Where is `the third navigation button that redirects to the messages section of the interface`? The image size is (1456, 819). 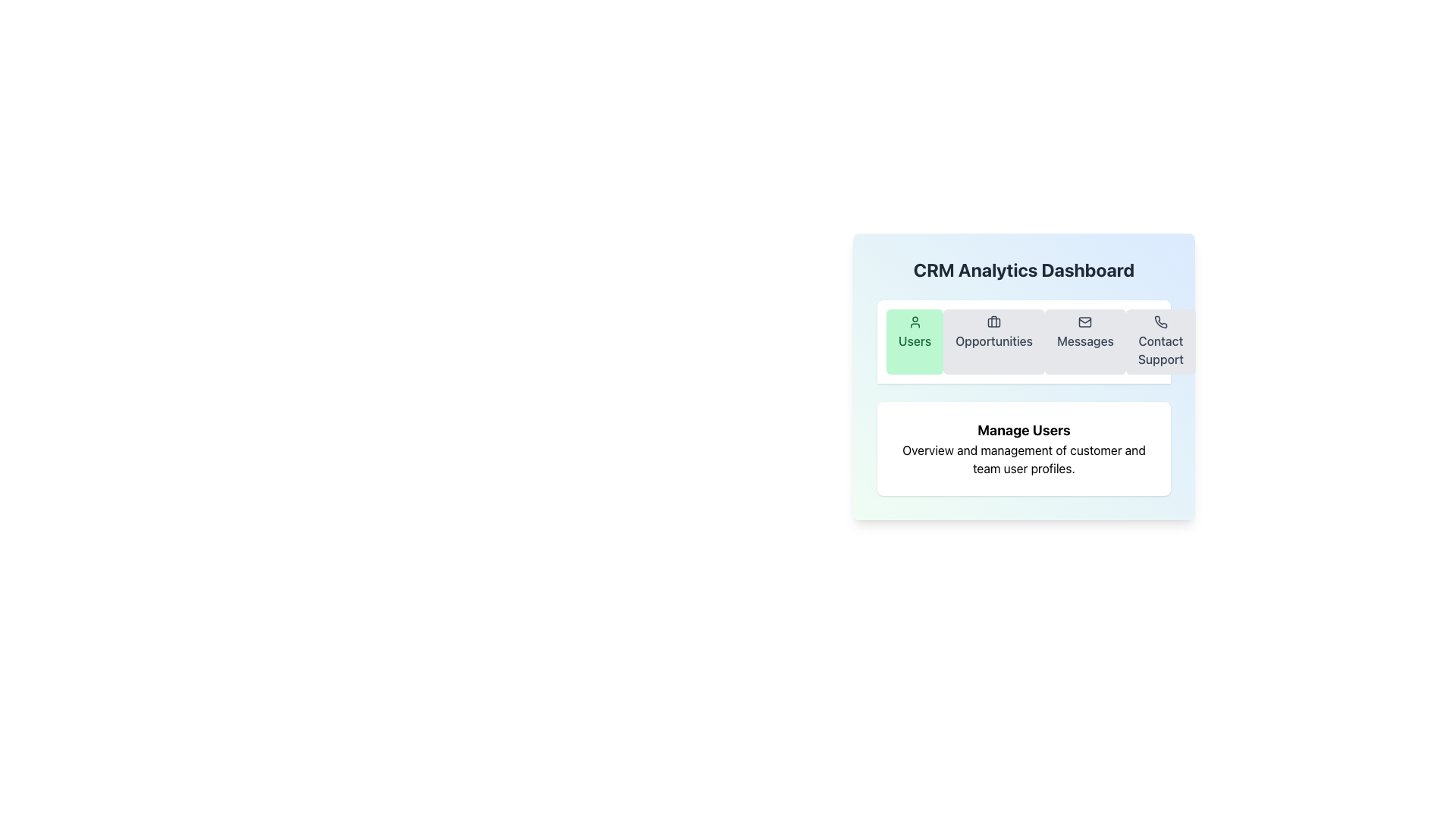 the third navigation button that redirects to the messages section of the interface is located at coordinates (1084, 342).